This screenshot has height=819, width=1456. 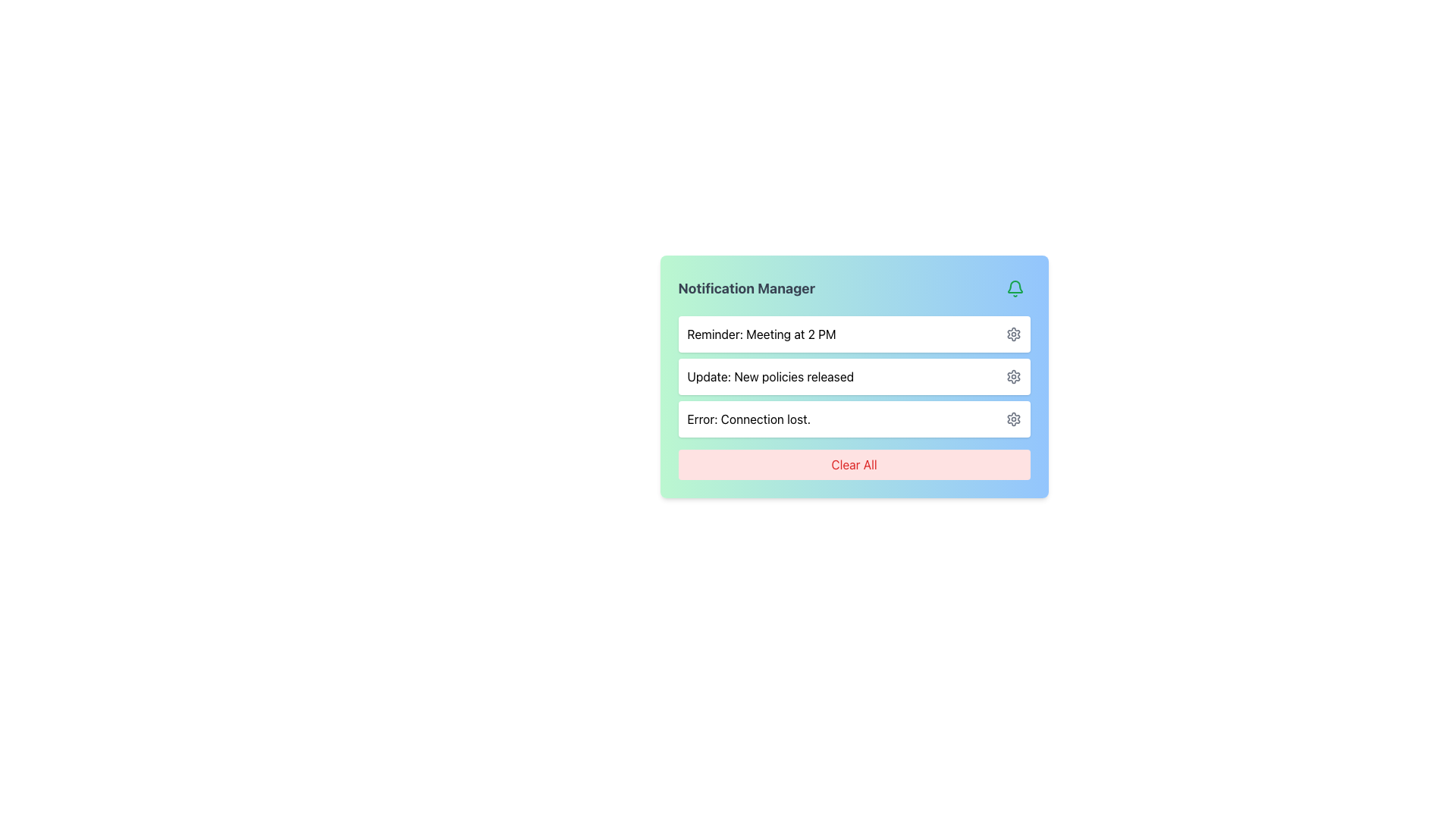 I want to click on the settings icon button located next to the text 'Error: Connection lost.' in the notification box, so click(x=1013, y=419).